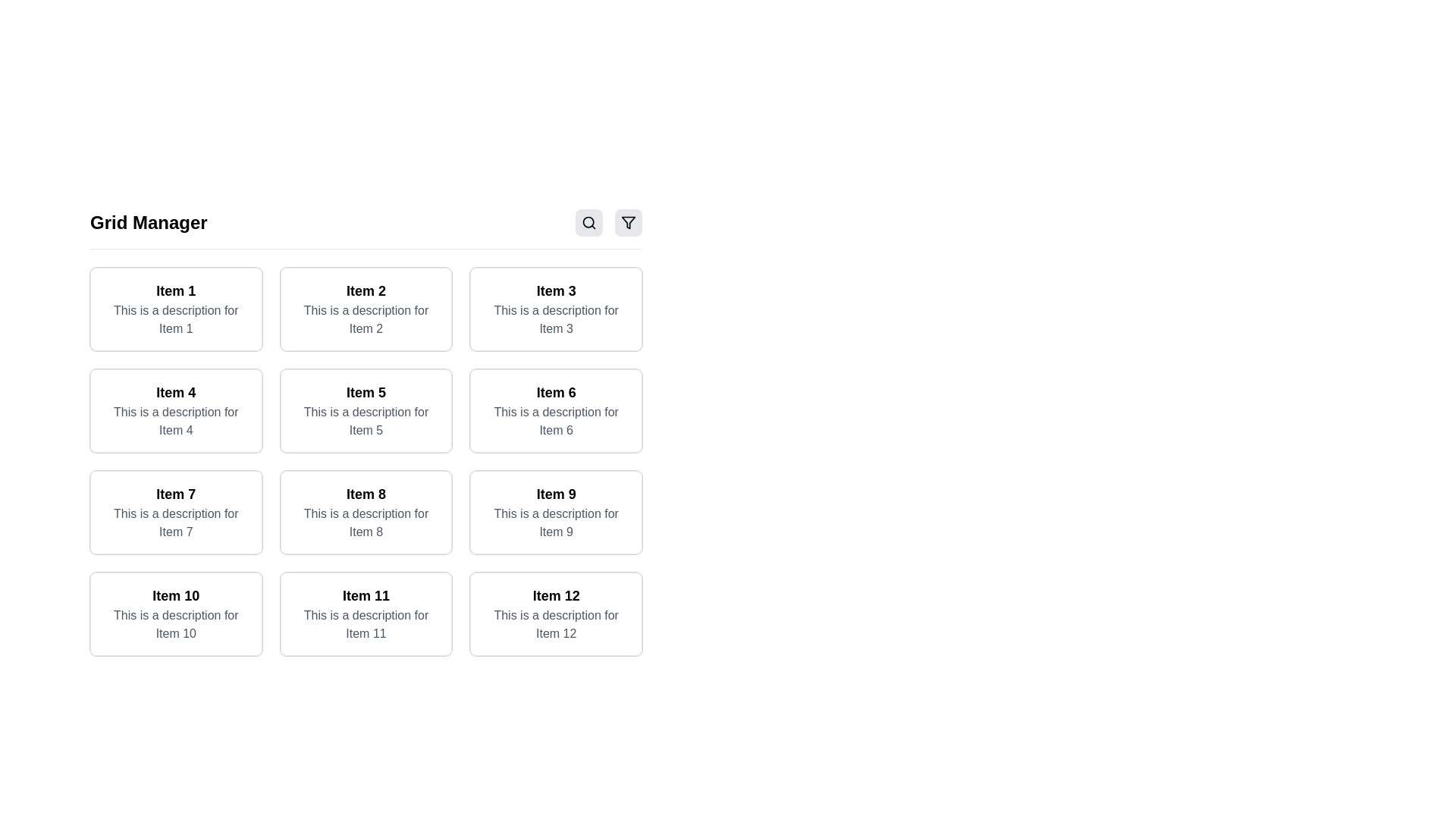  I want to click on text content of the label located in the bottom right cell of a 4x3 grid, positioned above the descriptive text for 'Item 12', so click(555, 595).